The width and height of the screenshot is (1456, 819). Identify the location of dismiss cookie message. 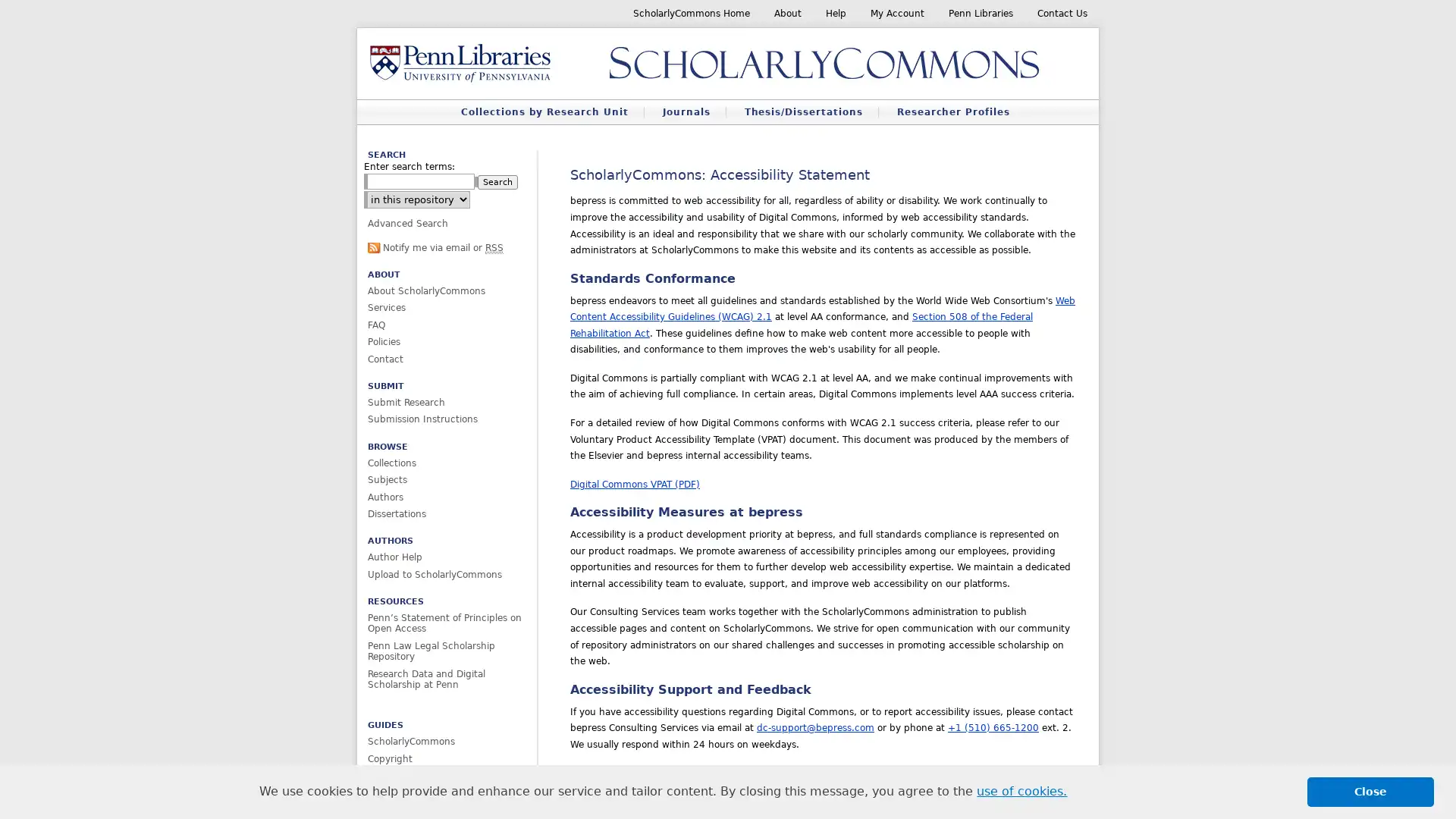
(1370, 791).